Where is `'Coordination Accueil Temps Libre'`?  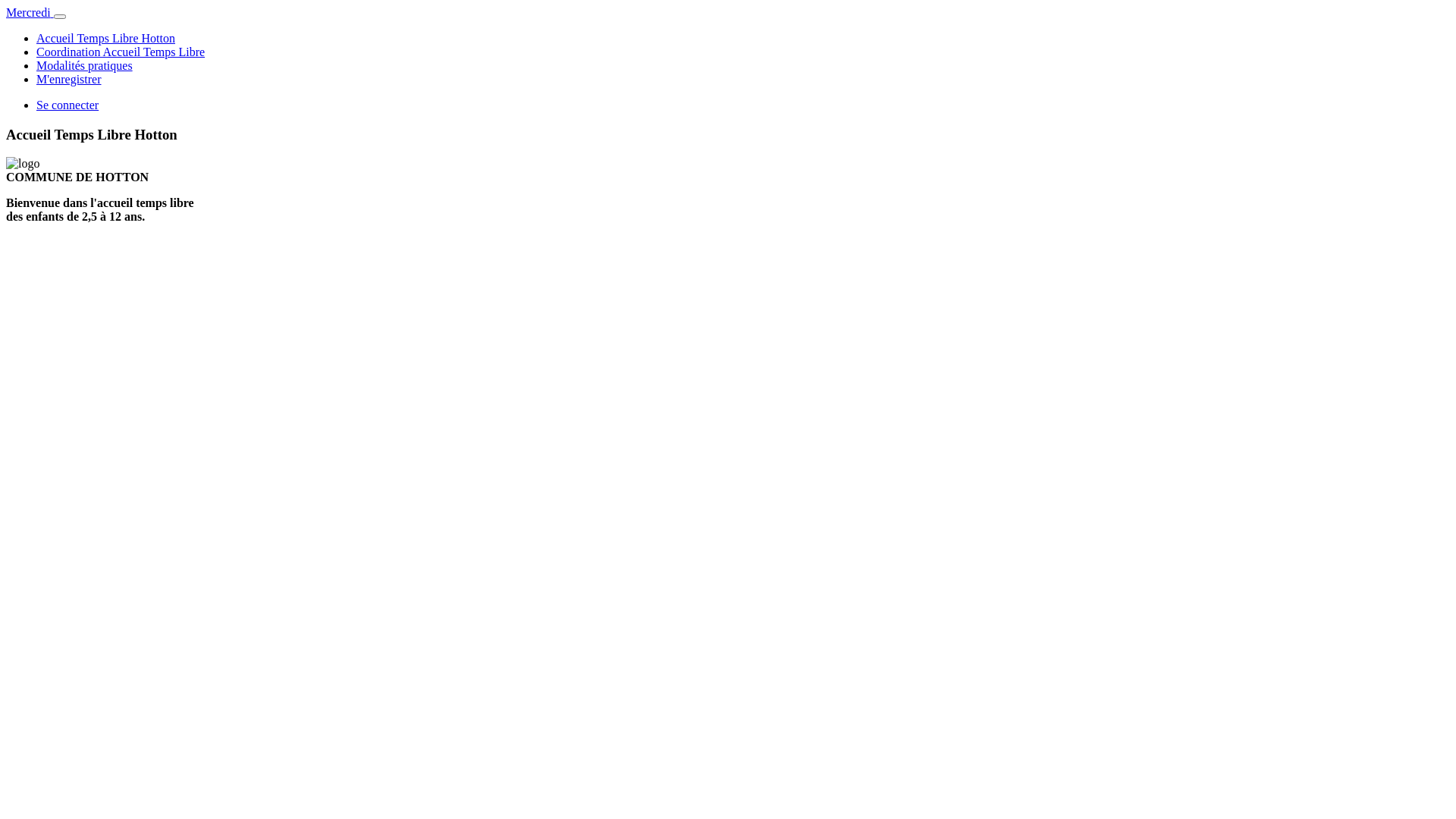 'Coordination Accueil Temps Libre' is located at coordinates (119, 51).